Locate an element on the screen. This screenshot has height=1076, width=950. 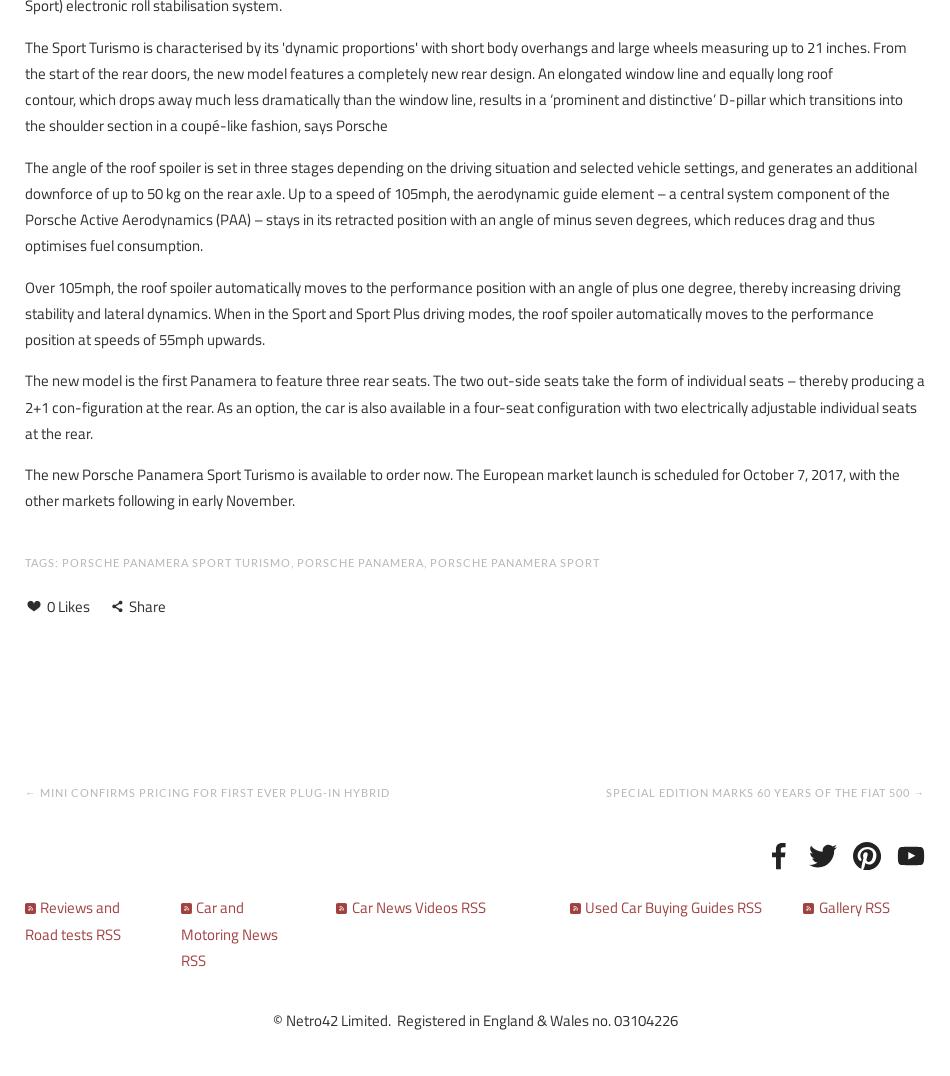
'The Sport Turismo is characterised by its 'dynamic proportions' with short body overhangs and large wheels measuring up to 21 inches. From the start of the rear doors, the new model features a completely new rear design. An elongated window line and equally long roof contour, which drops away much less dramatically than the window line, results in a ‘prominent and distinctive’ D-pillar which transitions into the shoulder section in a coupé-like fashion, says Porsche' is located at coordinates (24, 85).